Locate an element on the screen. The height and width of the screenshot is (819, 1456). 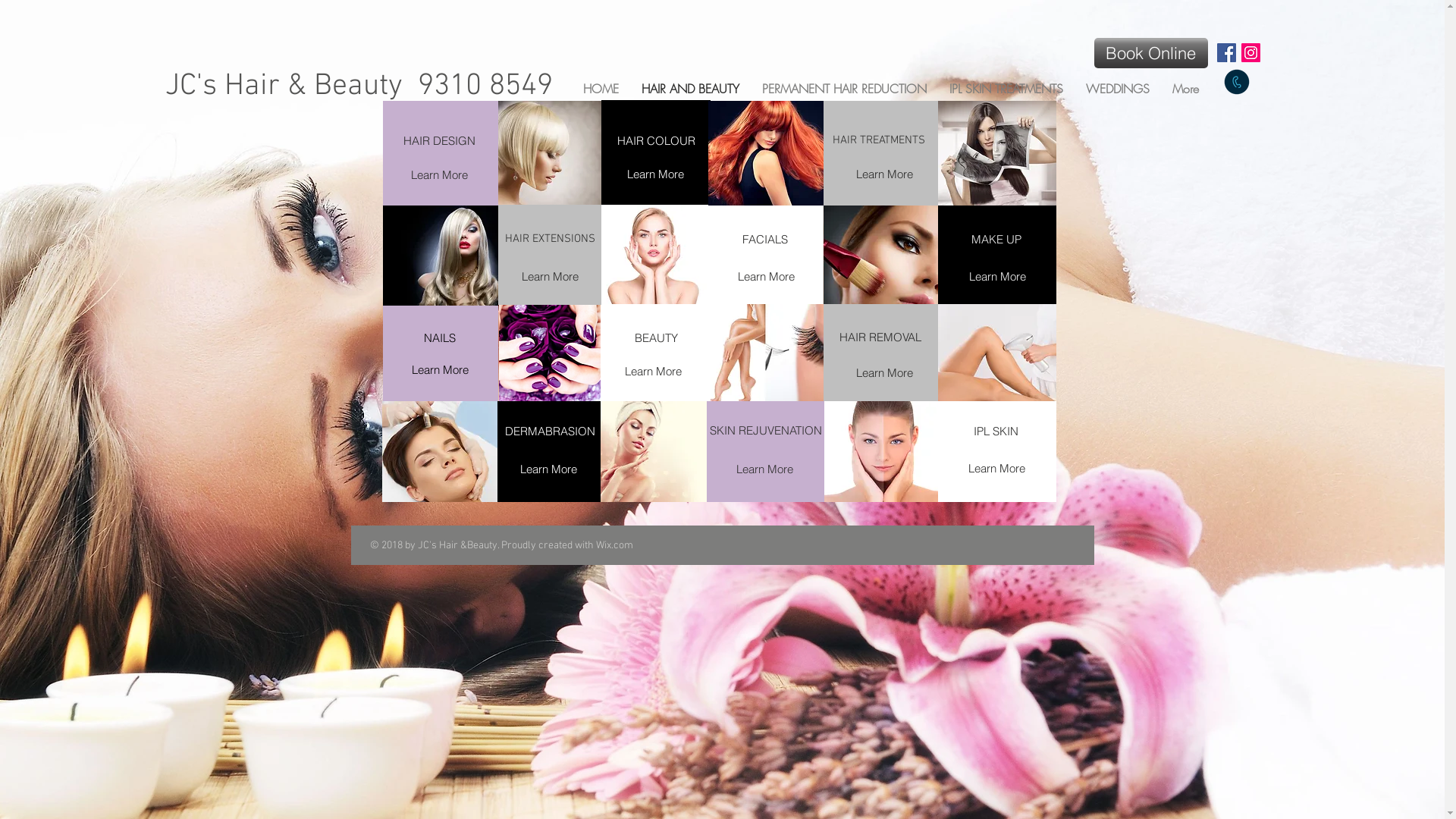
'Learn More' is located at coordinates (652, 371).